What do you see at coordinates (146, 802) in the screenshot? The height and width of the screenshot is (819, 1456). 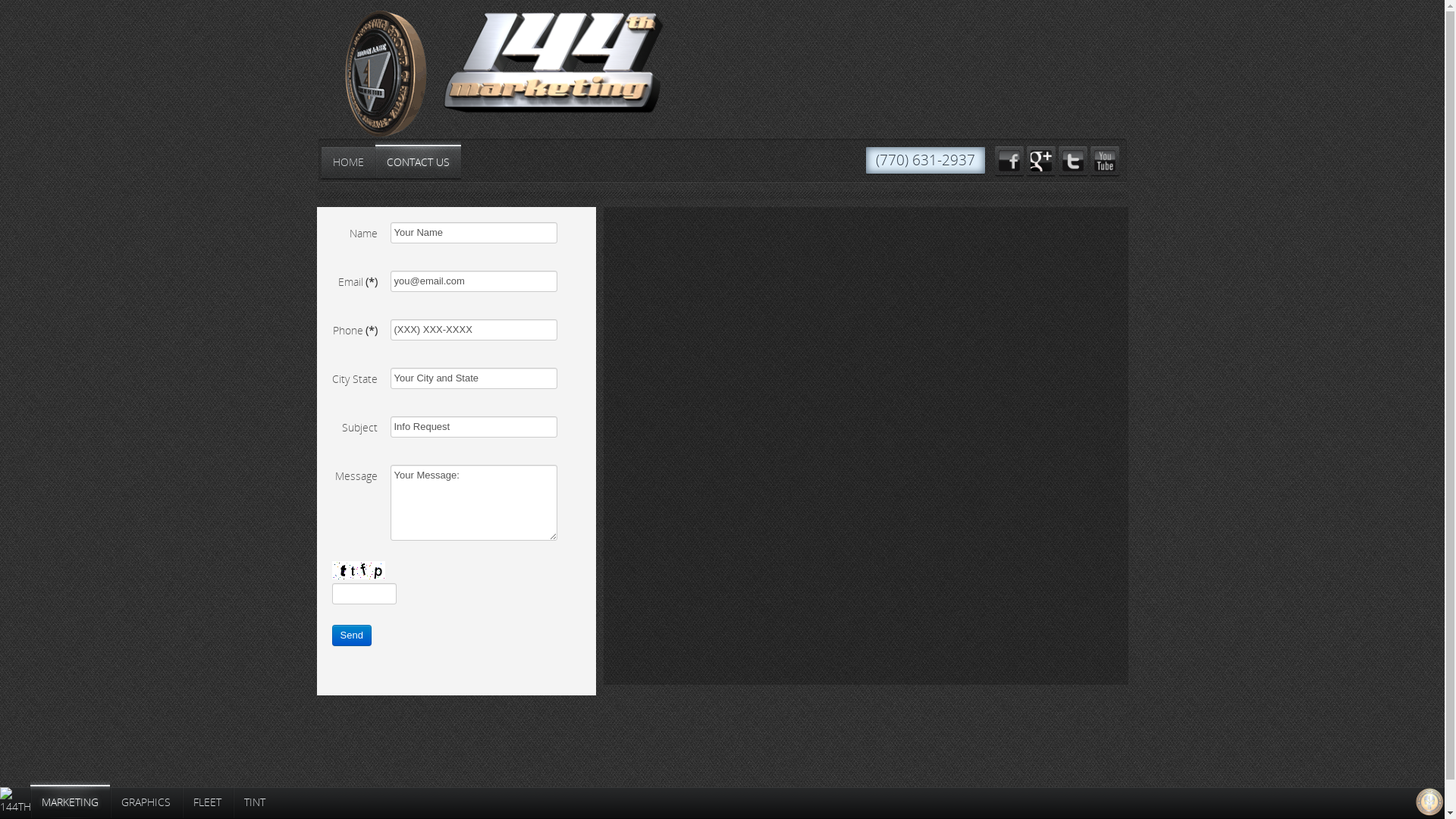 I see `'GRAPHICS'` at bounding box center [146, 802].